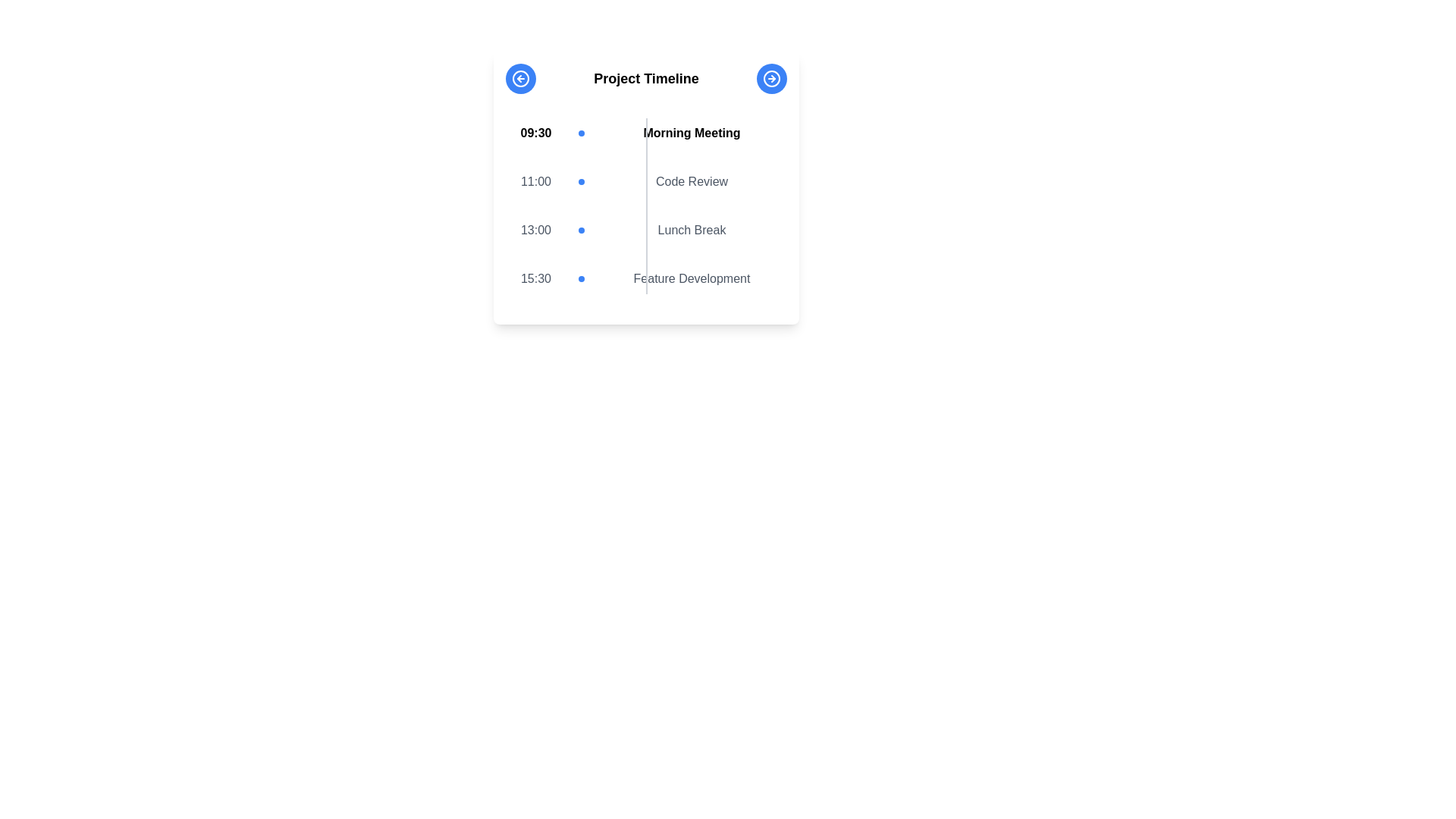 This screenshot has width=1456, height=819. What do you see at coordinates (646, 180) in the screenshot?
I see `time and description of the second entry in the timeline event display, located between '09:30 Morning Meeting' and '13:00 Lunch Break'` at bounding box center [646, 180].